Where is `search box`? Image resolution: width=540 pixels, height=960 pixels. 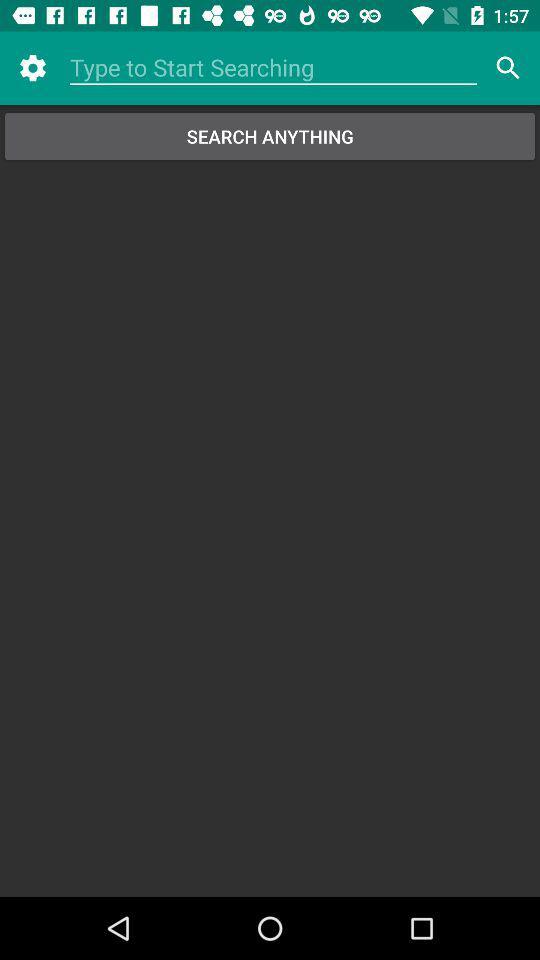 search box is located at coordinates (272, 68).